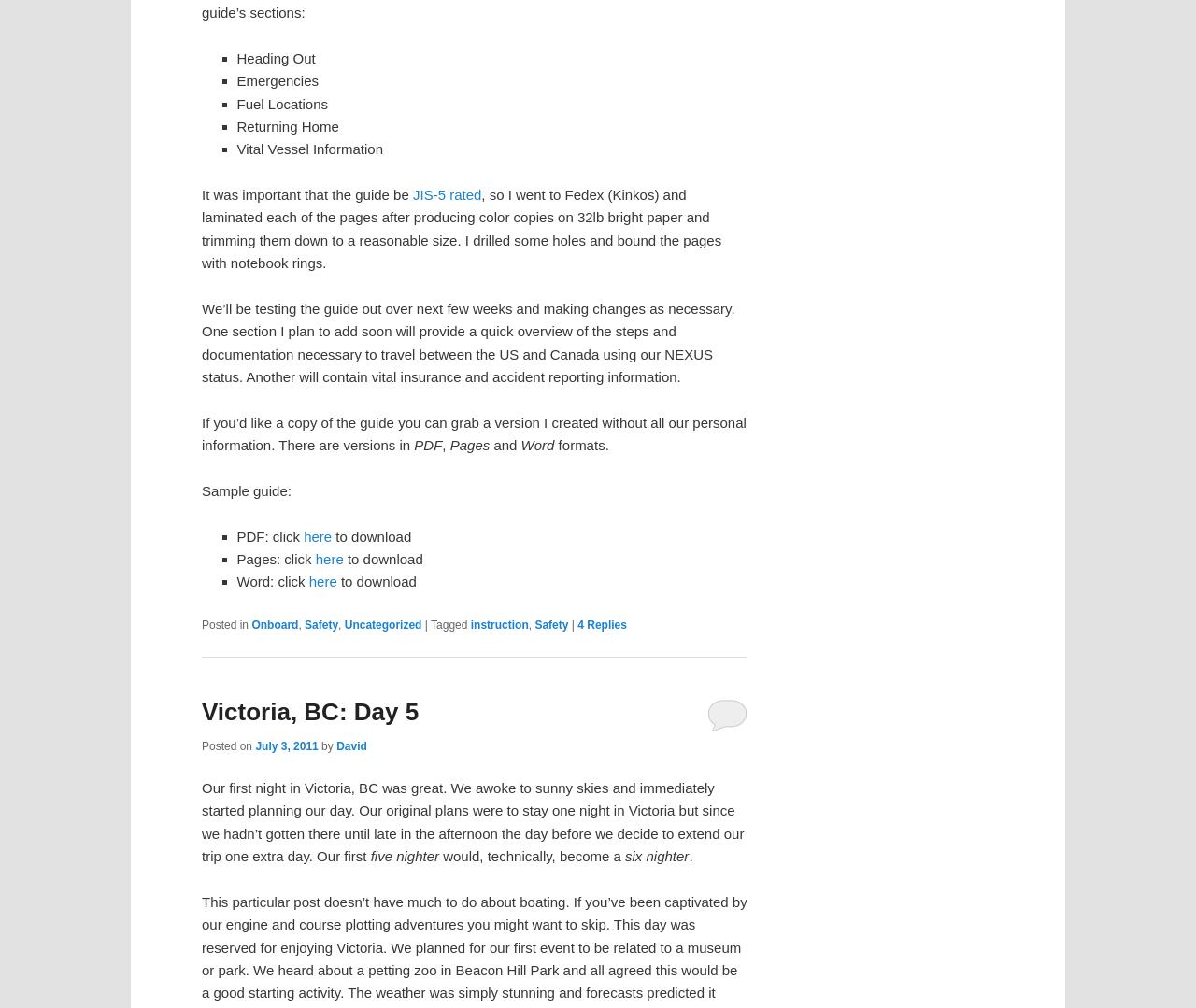 The height and width of the screenshot is (1008, 1196). I want to click on '4', so click(579, 624).